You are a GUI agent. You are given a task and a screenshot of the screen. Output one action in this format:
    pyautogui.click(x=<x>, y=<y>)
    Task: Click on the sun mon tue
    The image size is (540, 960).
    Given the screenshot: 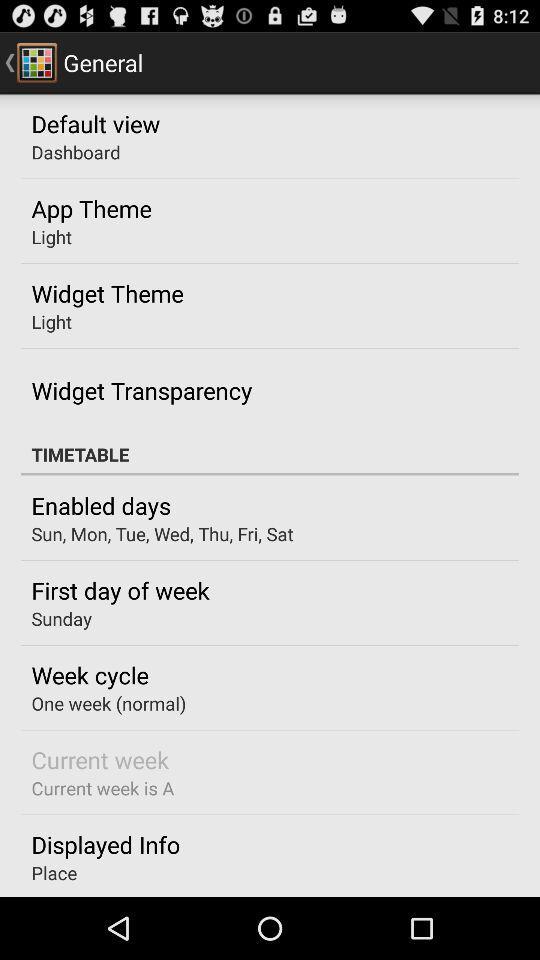 What is the action you would take?
    pyautogui.click(x=161, y=533)
    